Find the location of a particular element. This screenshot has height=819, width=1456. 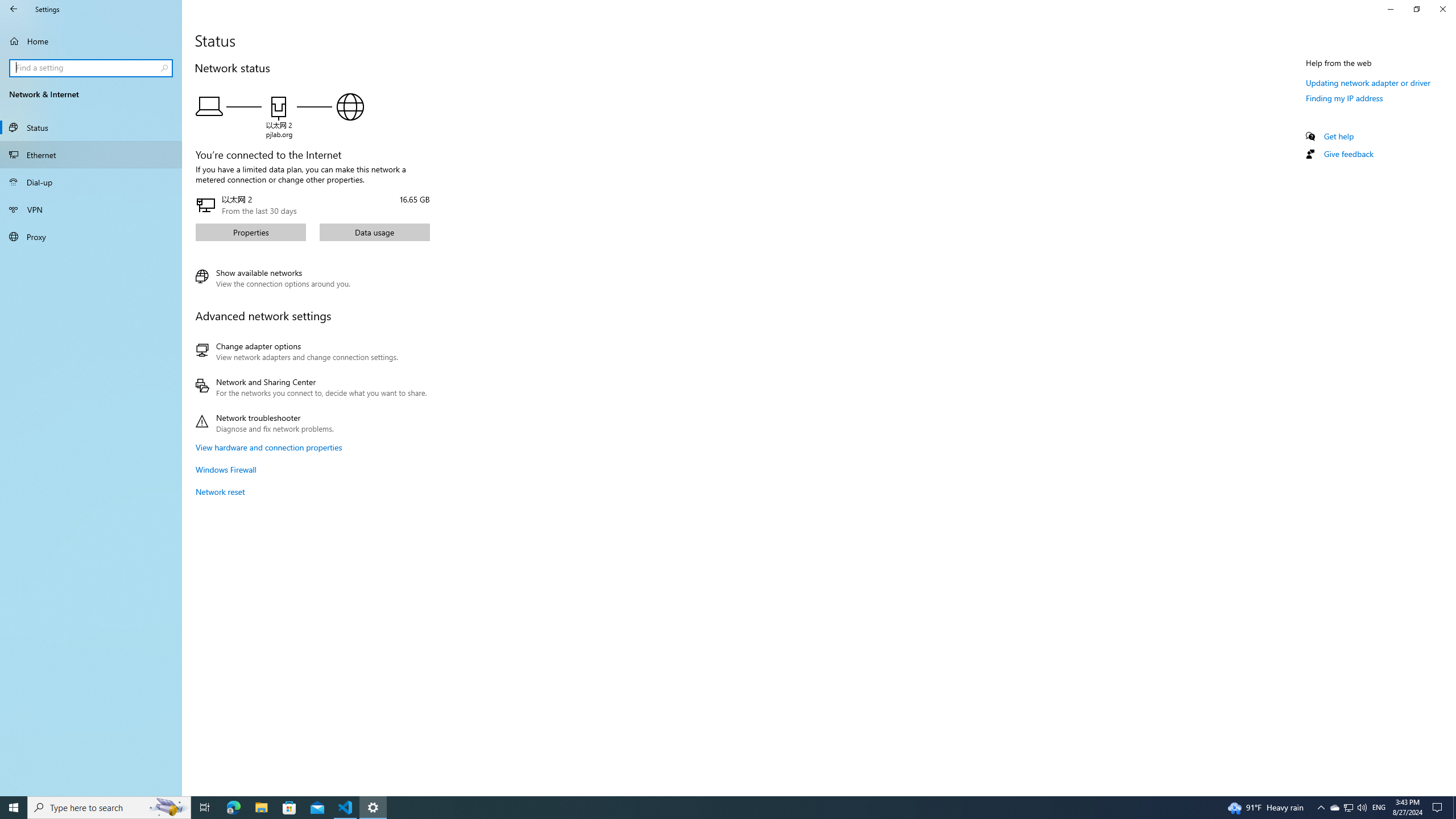

'Show available networks' is located at coordinates (273, 278).